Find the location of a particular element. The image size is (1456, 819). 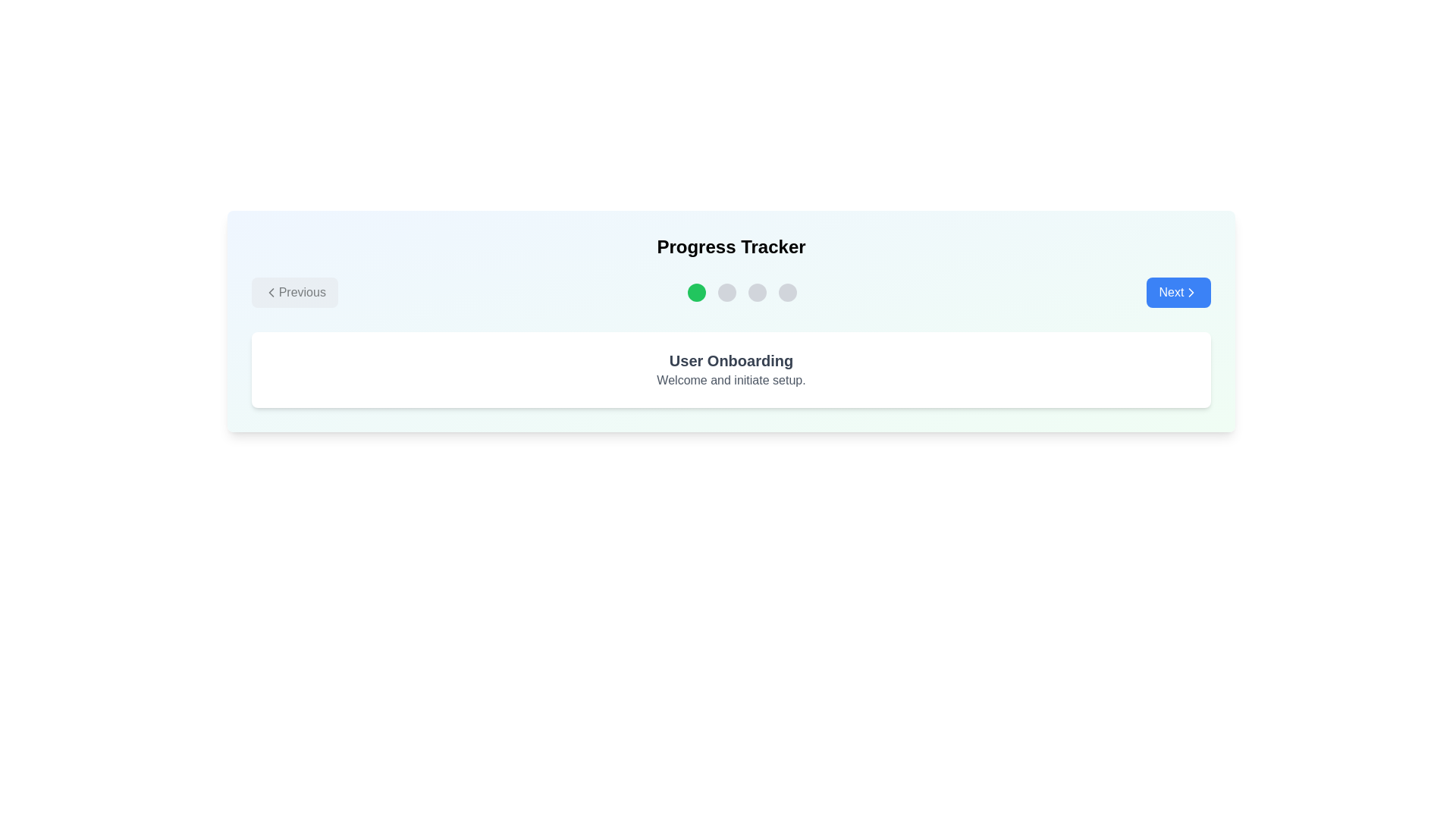

'Next' button to navigate to the next step is located at coordinates (1178, 292).